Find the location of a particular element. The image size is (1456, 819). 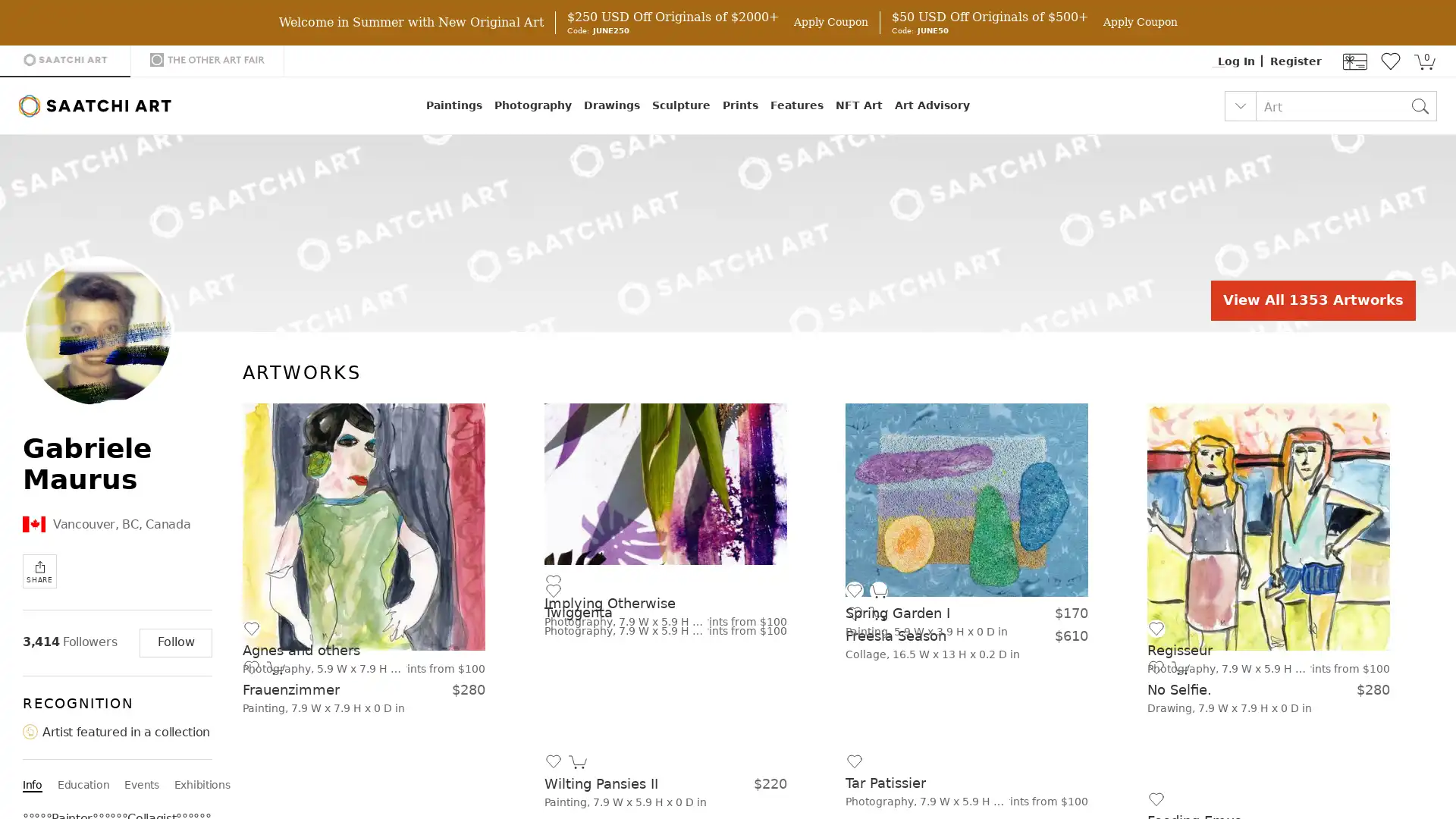

Select Search Item is located at coordinates (1241, 104).